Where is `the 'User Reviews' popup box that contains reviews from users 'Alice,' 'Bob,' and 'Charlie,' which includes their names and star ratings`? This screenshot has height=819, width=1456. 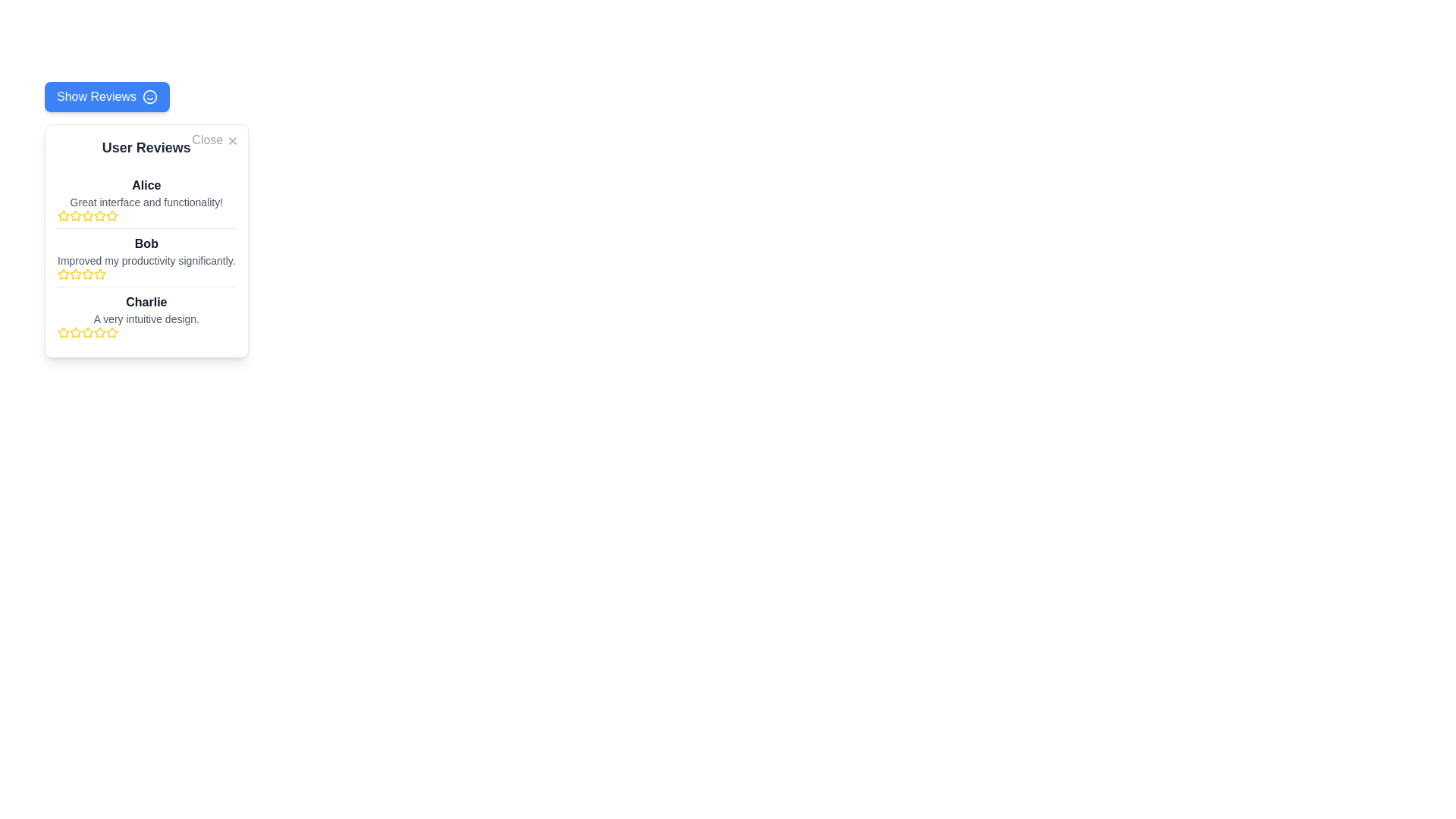 the 'User Reviews' popup box that contains reviews from users 'Alice,' 'Bob,' and 'Charlie,' which includes their names and star ratings is located at coordinates (146, 240).